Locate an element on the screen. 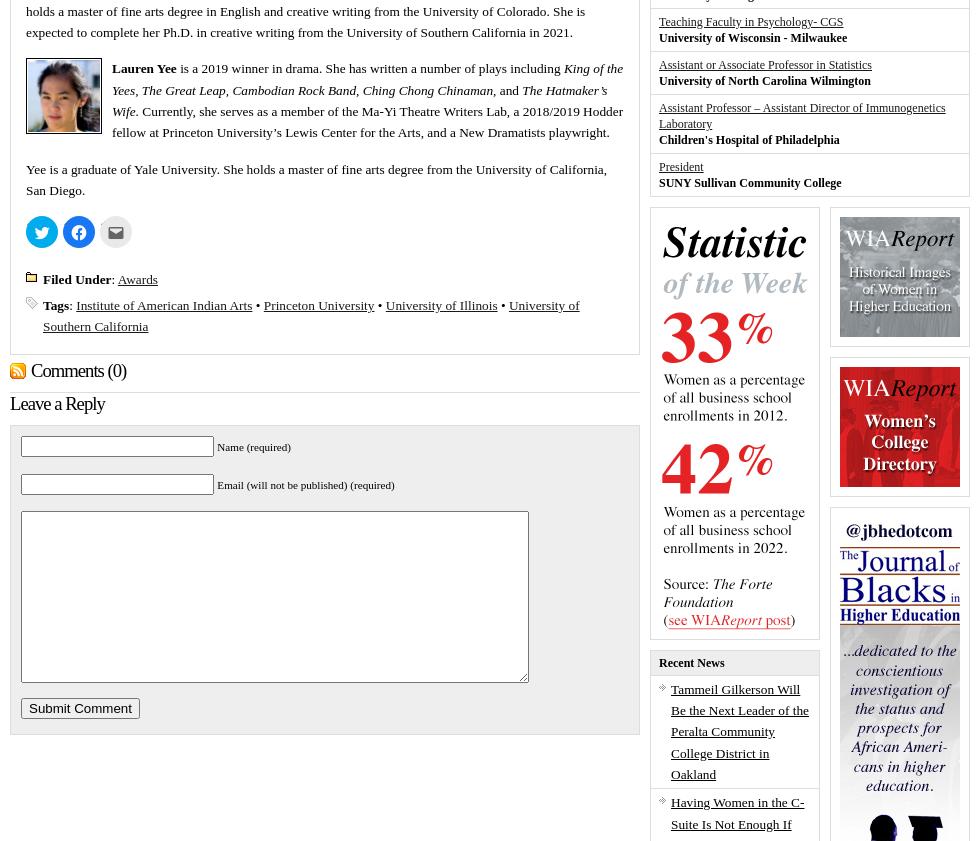  'Princeton University' is located at coordinates (318, 303).